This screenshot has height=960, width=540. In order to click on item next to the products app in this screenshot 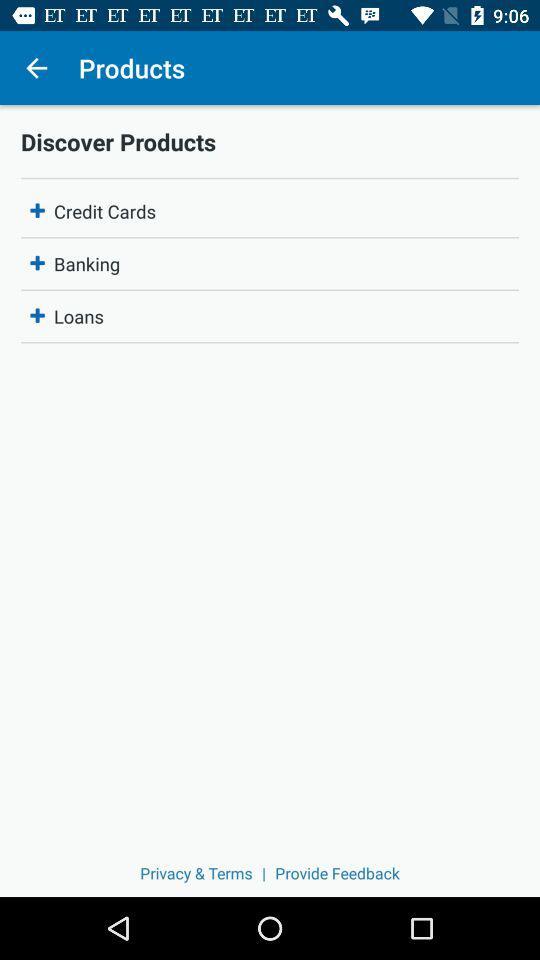, I will do `click(36, 68)`.